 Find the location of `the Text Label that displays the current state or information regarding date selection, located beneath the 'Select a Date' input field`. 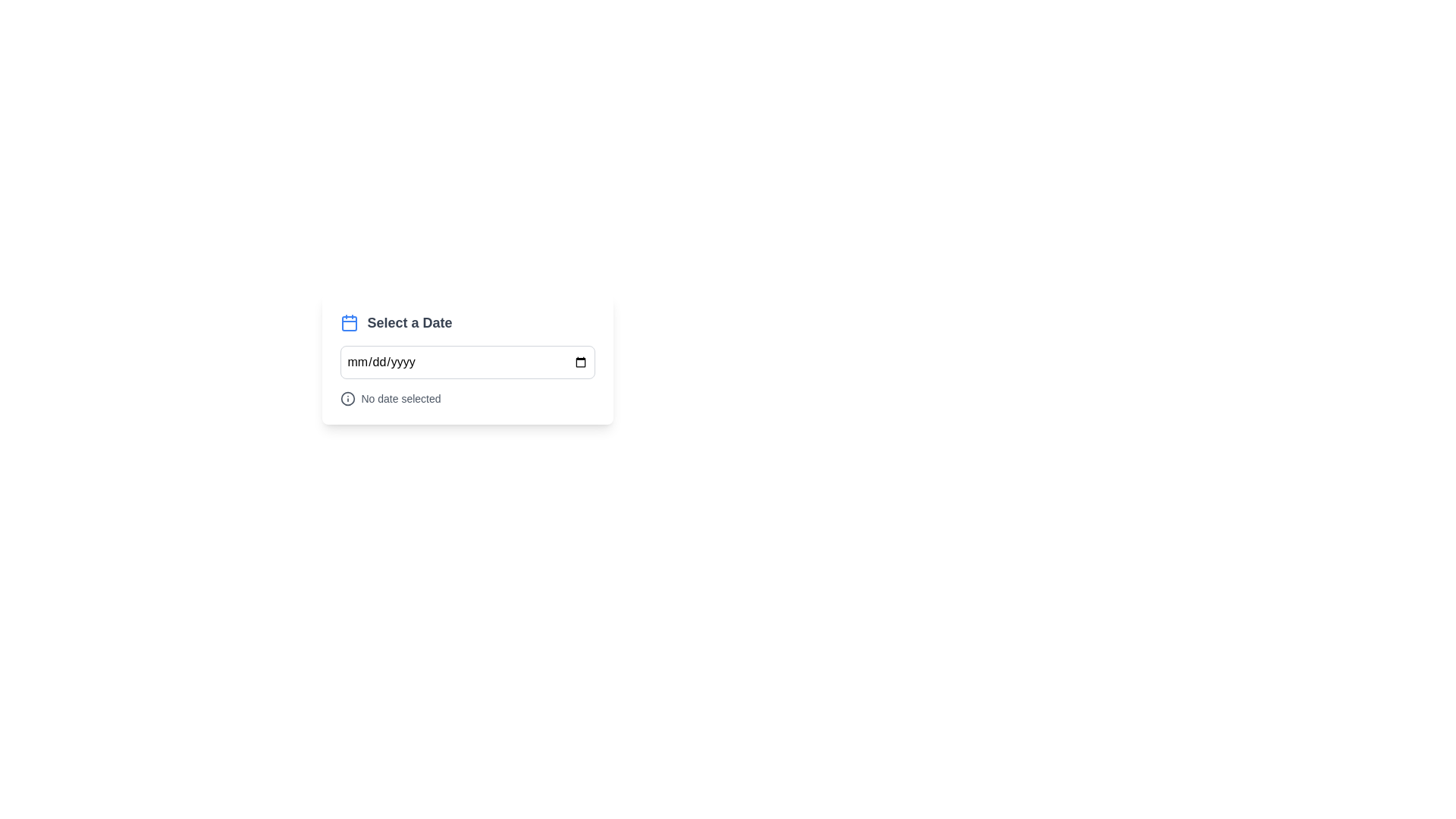

the Text Label that displays the current state or information regarding date selection, located beneath the 'Select a Date' input field is located at coordinates (400, 397).